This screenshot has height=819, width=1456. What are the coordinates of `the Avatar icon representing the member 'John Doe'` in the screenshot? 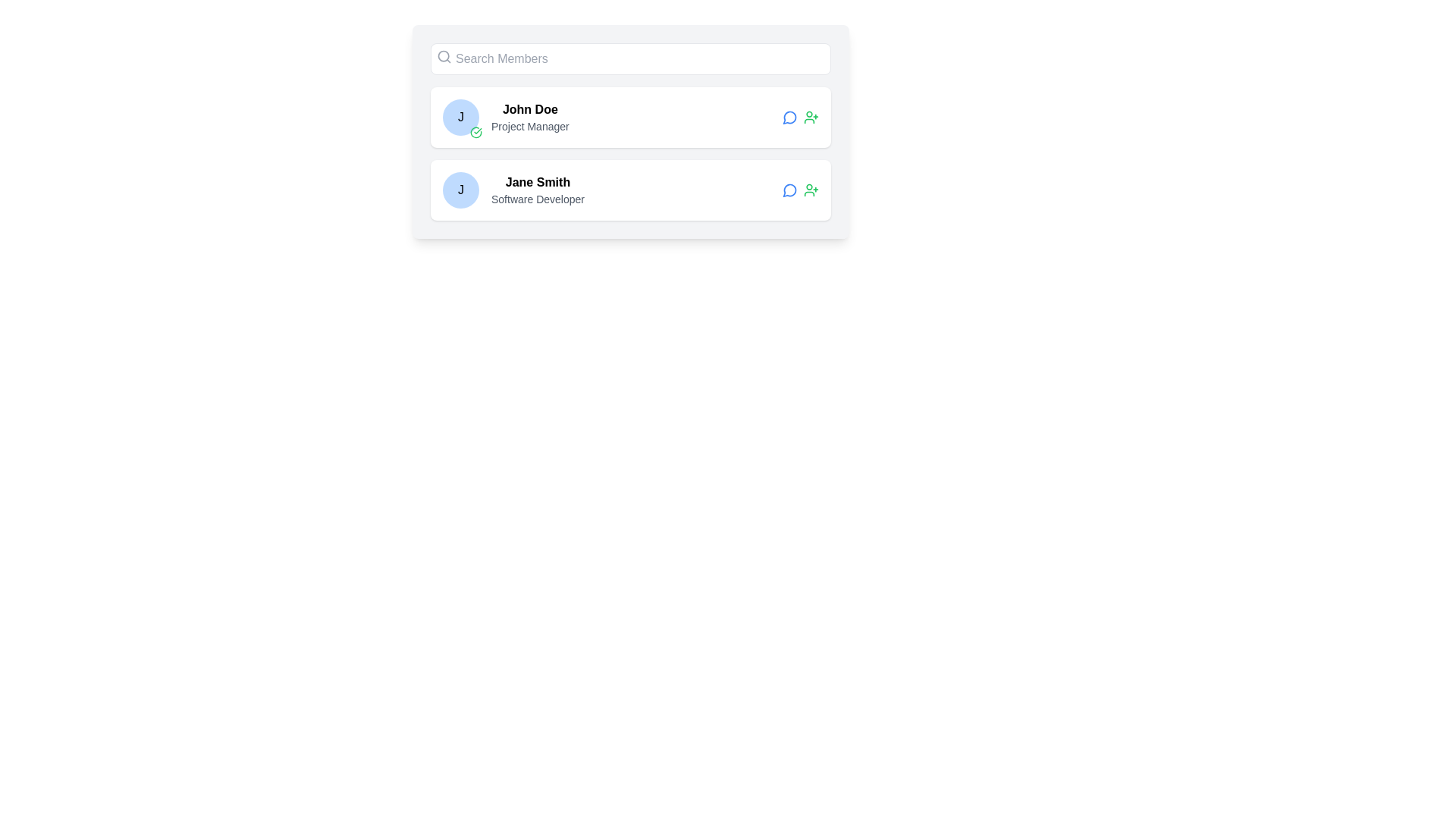 It's located at (460, 116).